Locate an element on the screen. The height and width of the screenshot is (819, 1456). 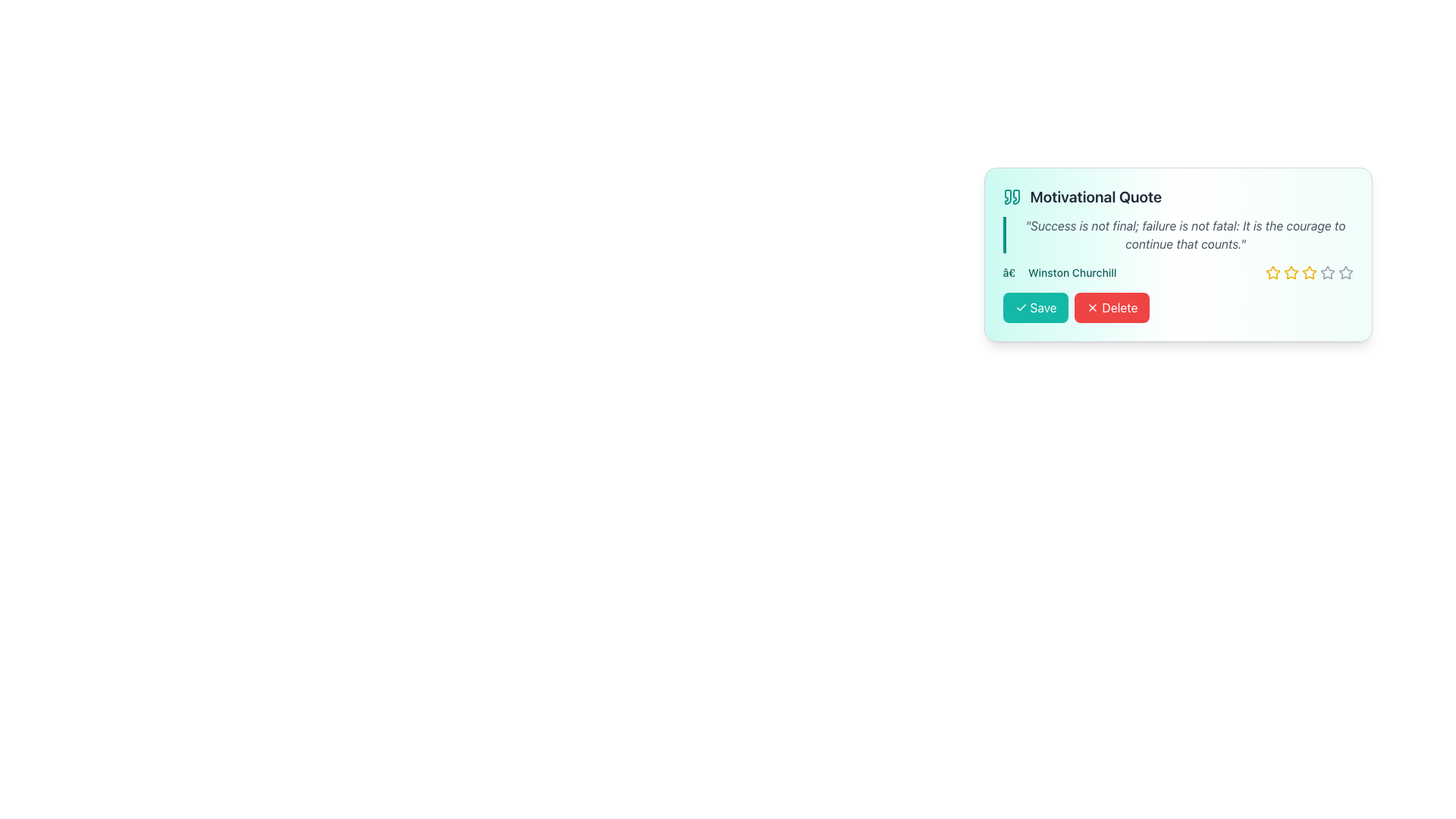
the 'Delete' button in the button group is located at coordinates (1177, 307).